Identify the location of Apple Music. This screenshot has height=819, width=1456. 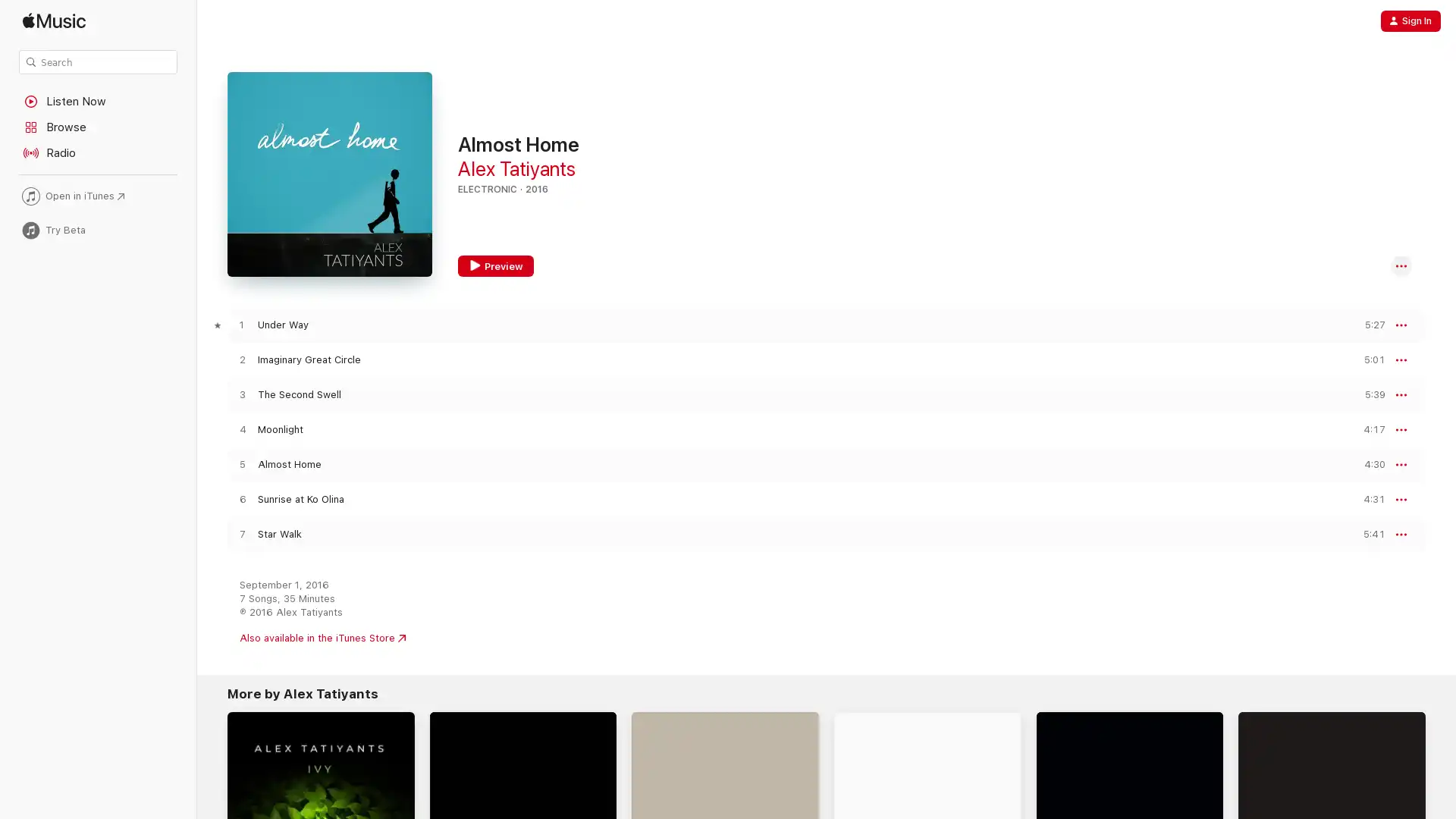
(97, 20).